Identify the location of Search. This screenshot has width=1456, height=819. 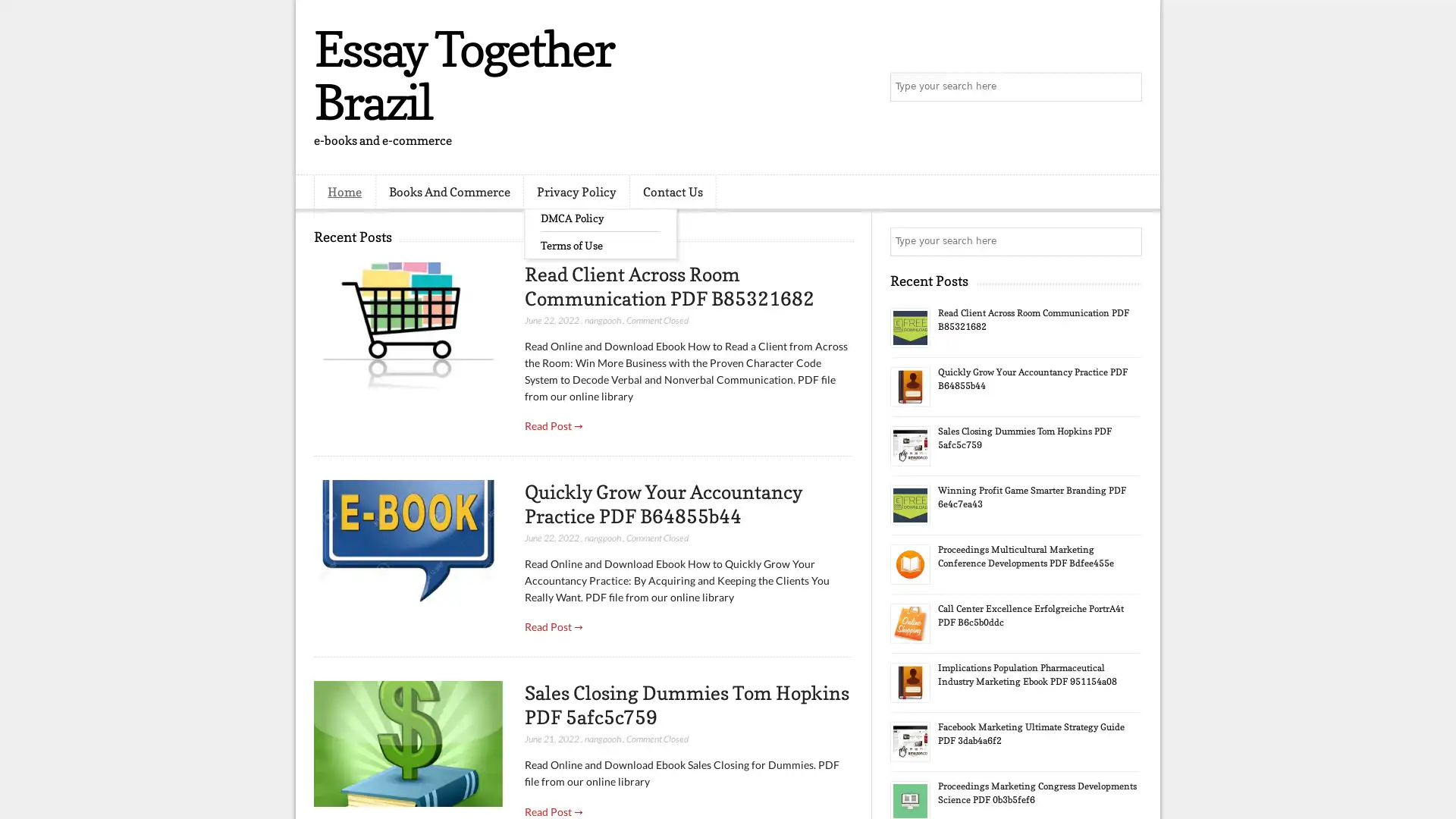
(1126, 87).